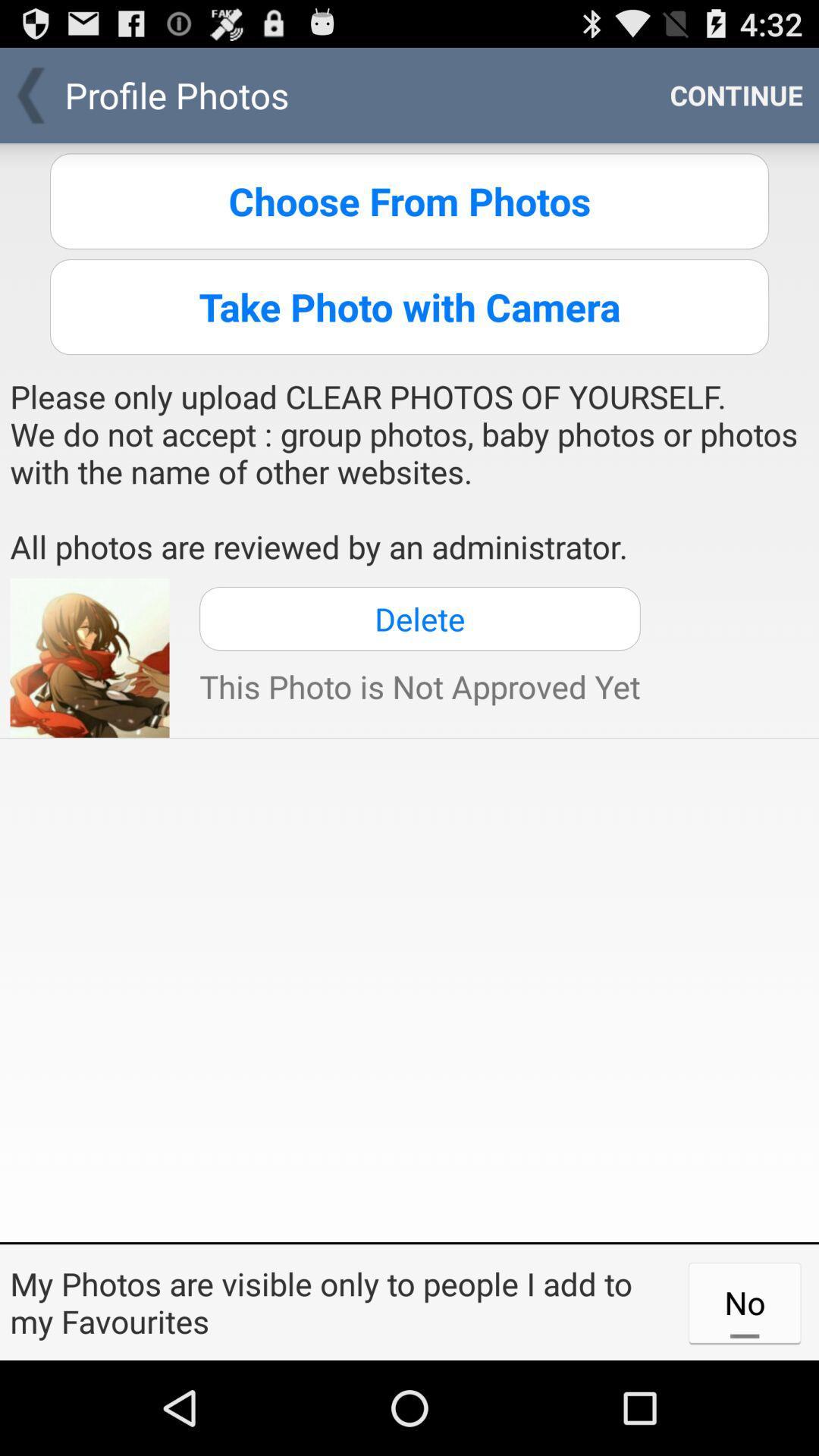 This screenshot has height=1456, width=819. I want to click on icon above choose from photos button, so click(736, 94).